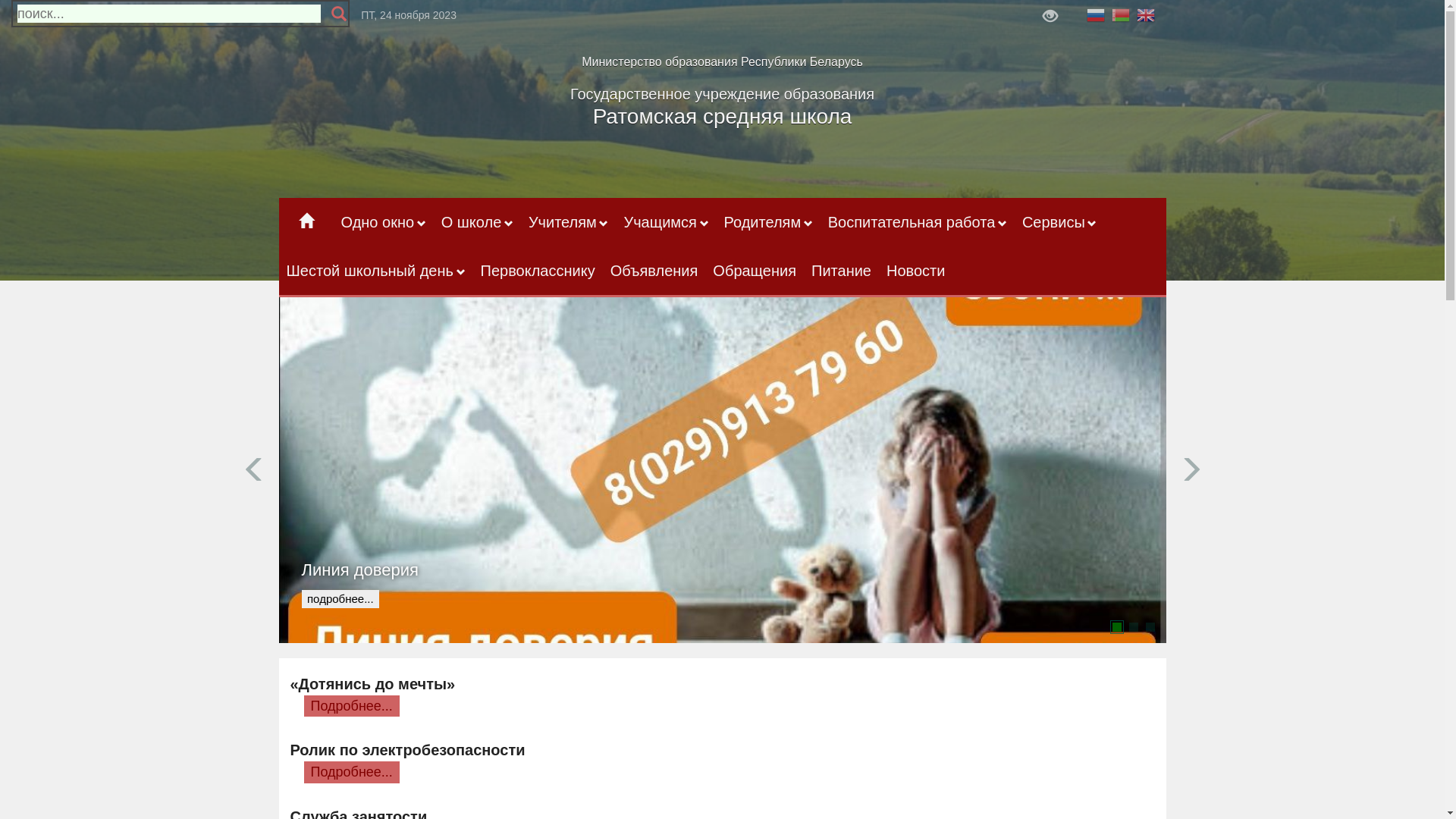 The height and width of the screenshot is (819, 1456). I want to click on '2', so click(1128, 626).